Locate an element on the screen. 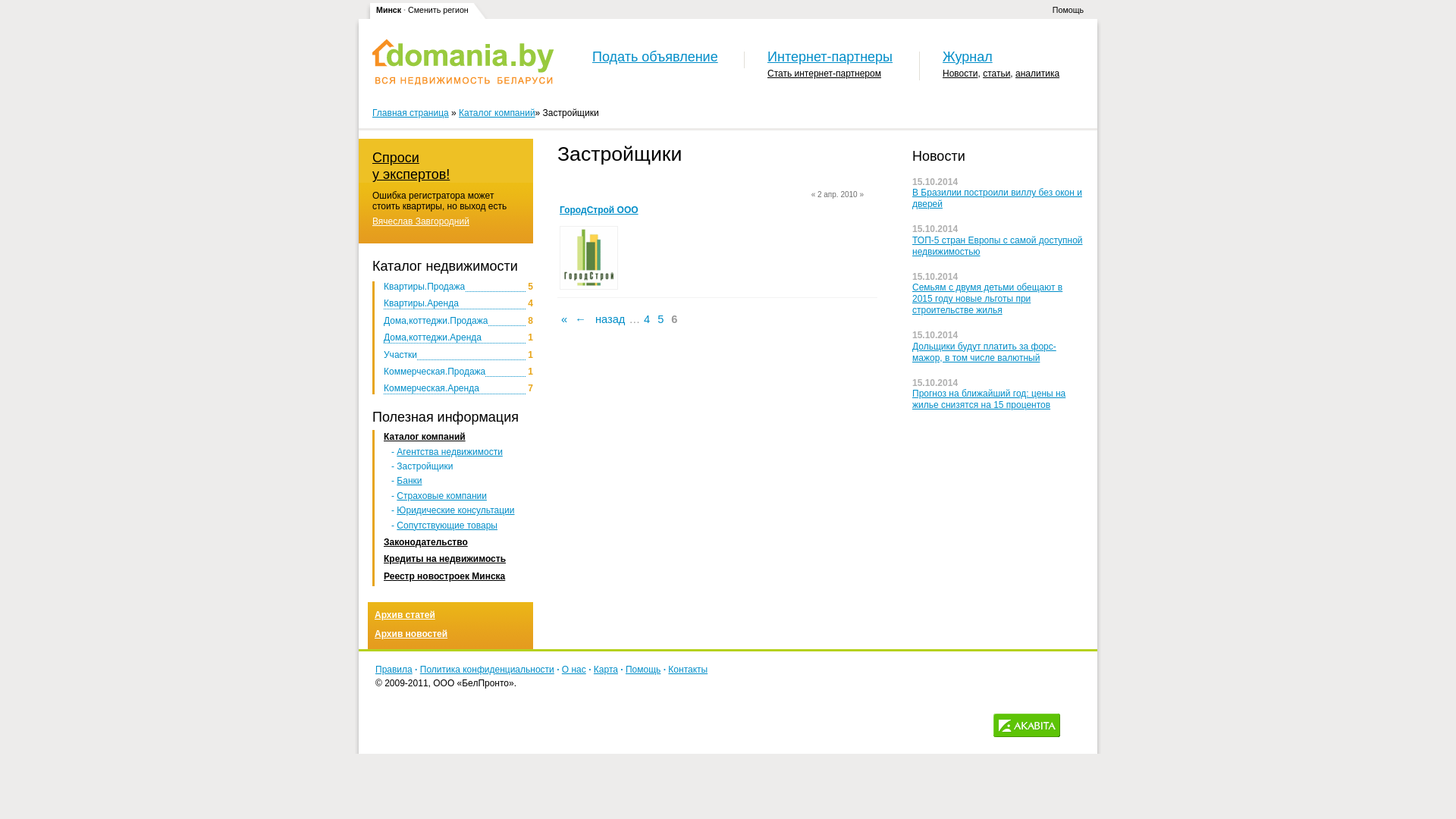 The height and width of the screenshot is (819, 1456). '4' is located at coordinates (647, 318).